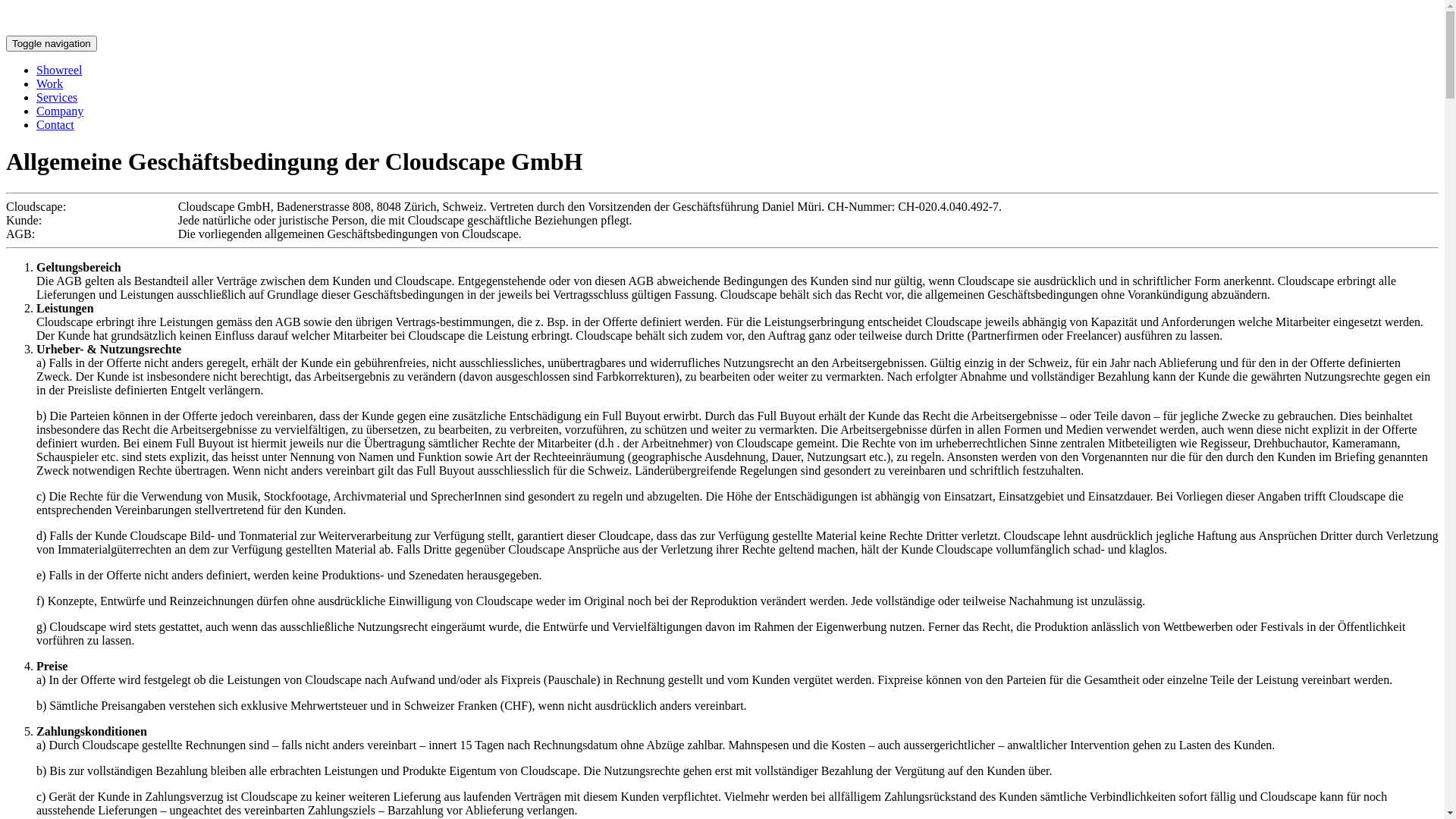  I want to click on 'Work', so click(36, 83).